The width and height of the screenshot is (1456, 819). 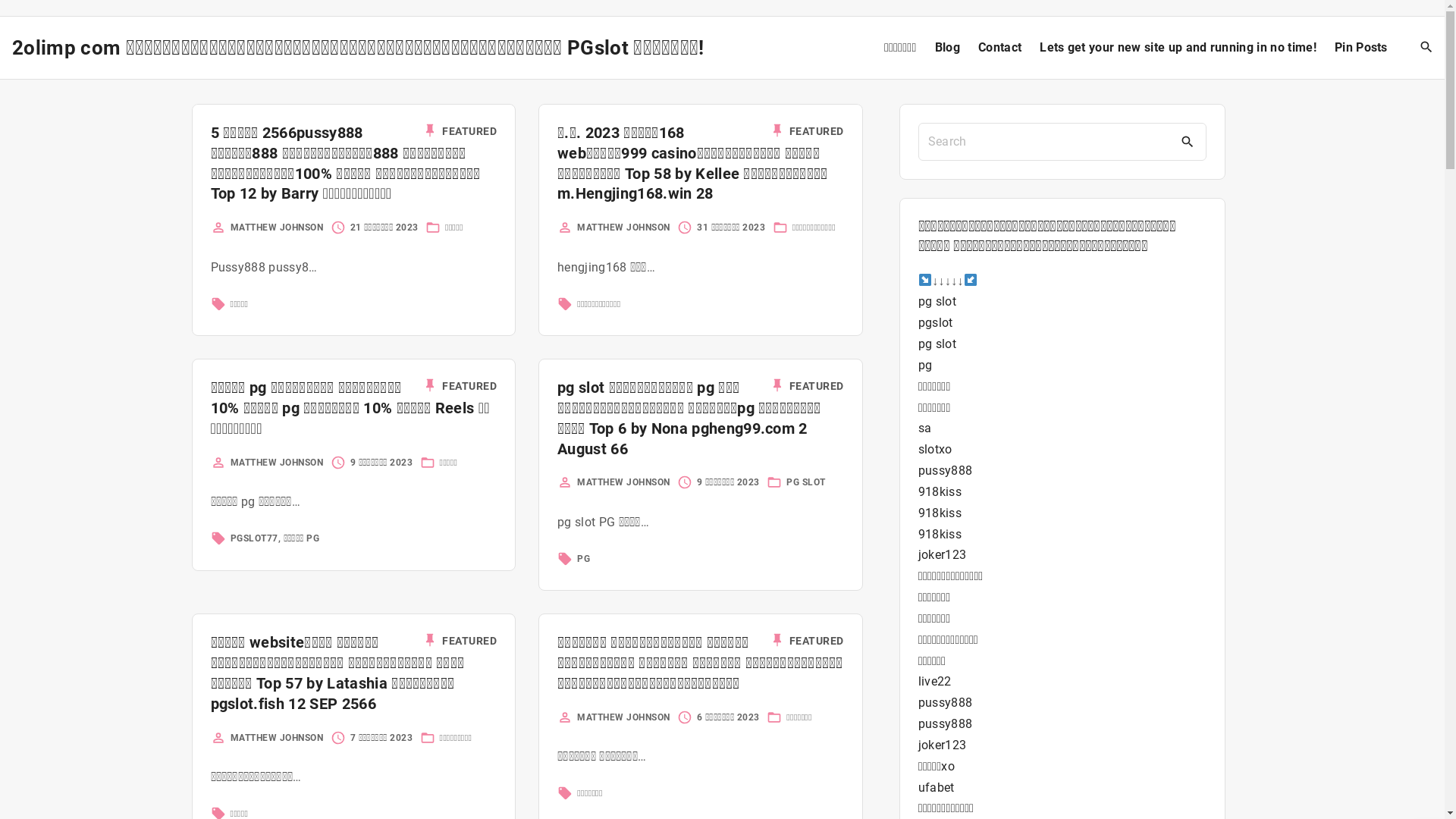 What do you see at coordinates (946, 46) in the screenshot?
I see `'Blog'` at bounding box center [946, 46].